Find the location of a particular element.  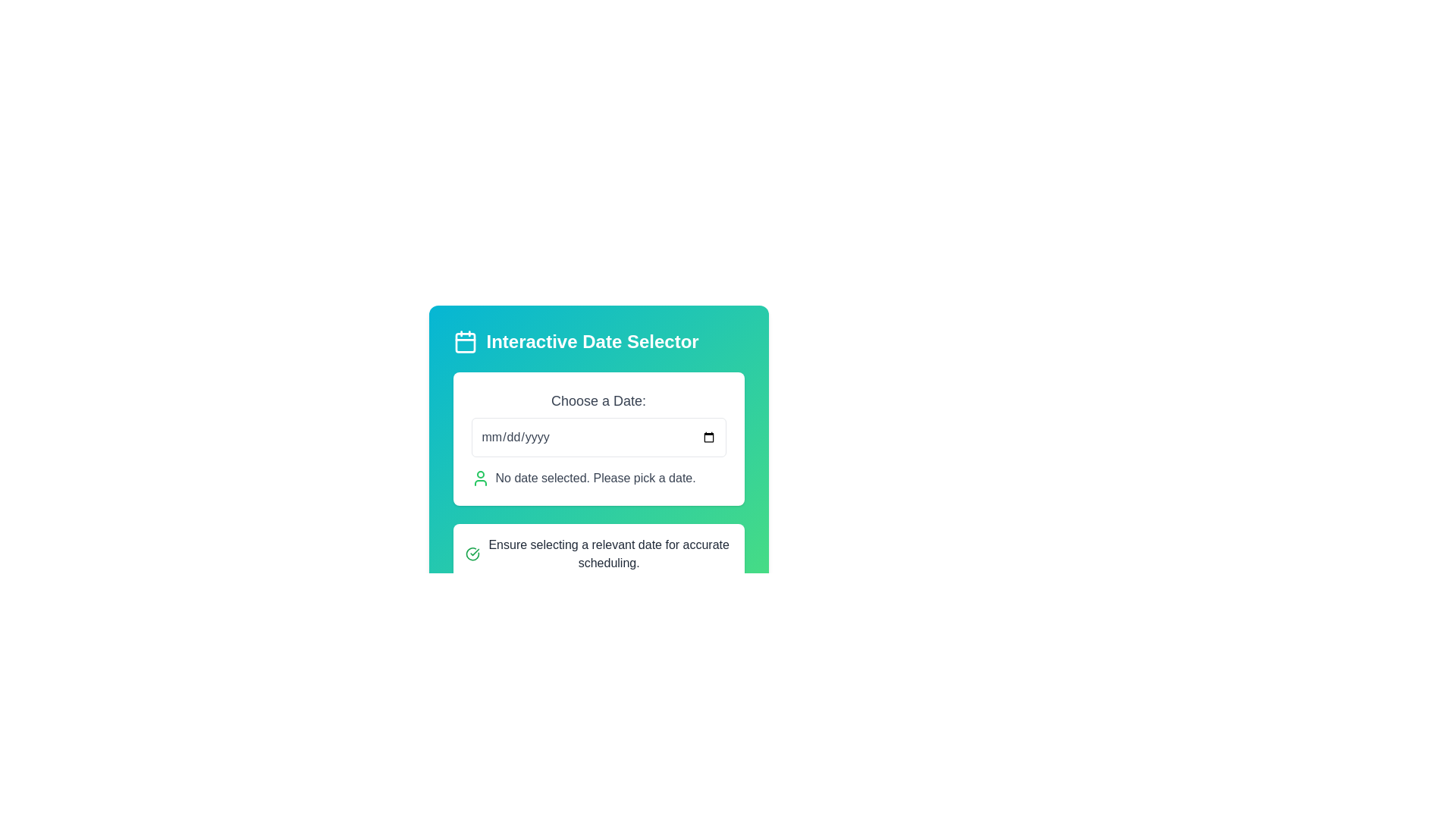

the success indicator icon located to the left of the text 'Ensure selecting a relevant date for accurate scheduling.' is located at coordinates (472, 554).